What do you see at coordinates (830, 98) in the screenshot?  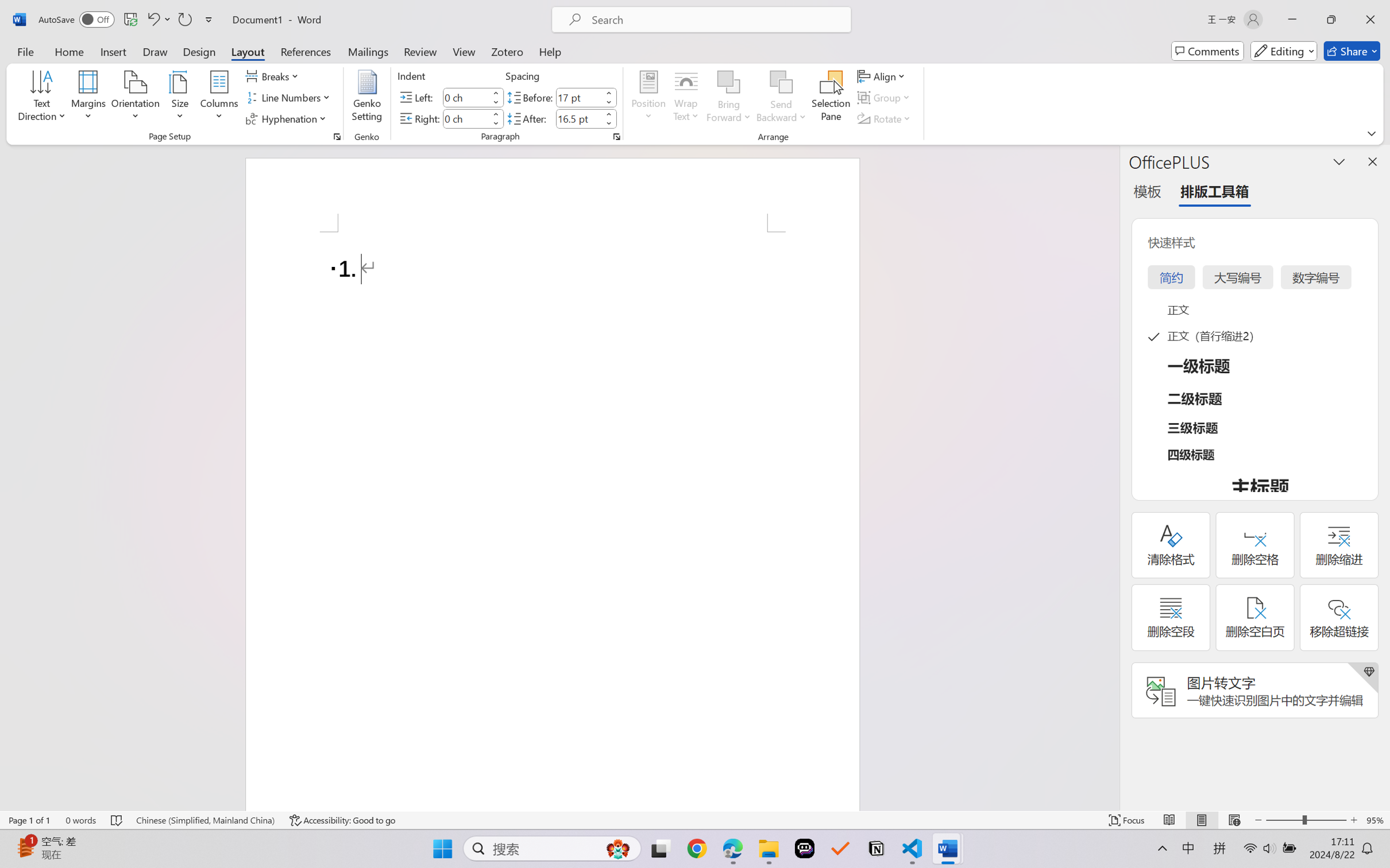 I see `'Selection Pane...'` at bounding box center [830, 98].